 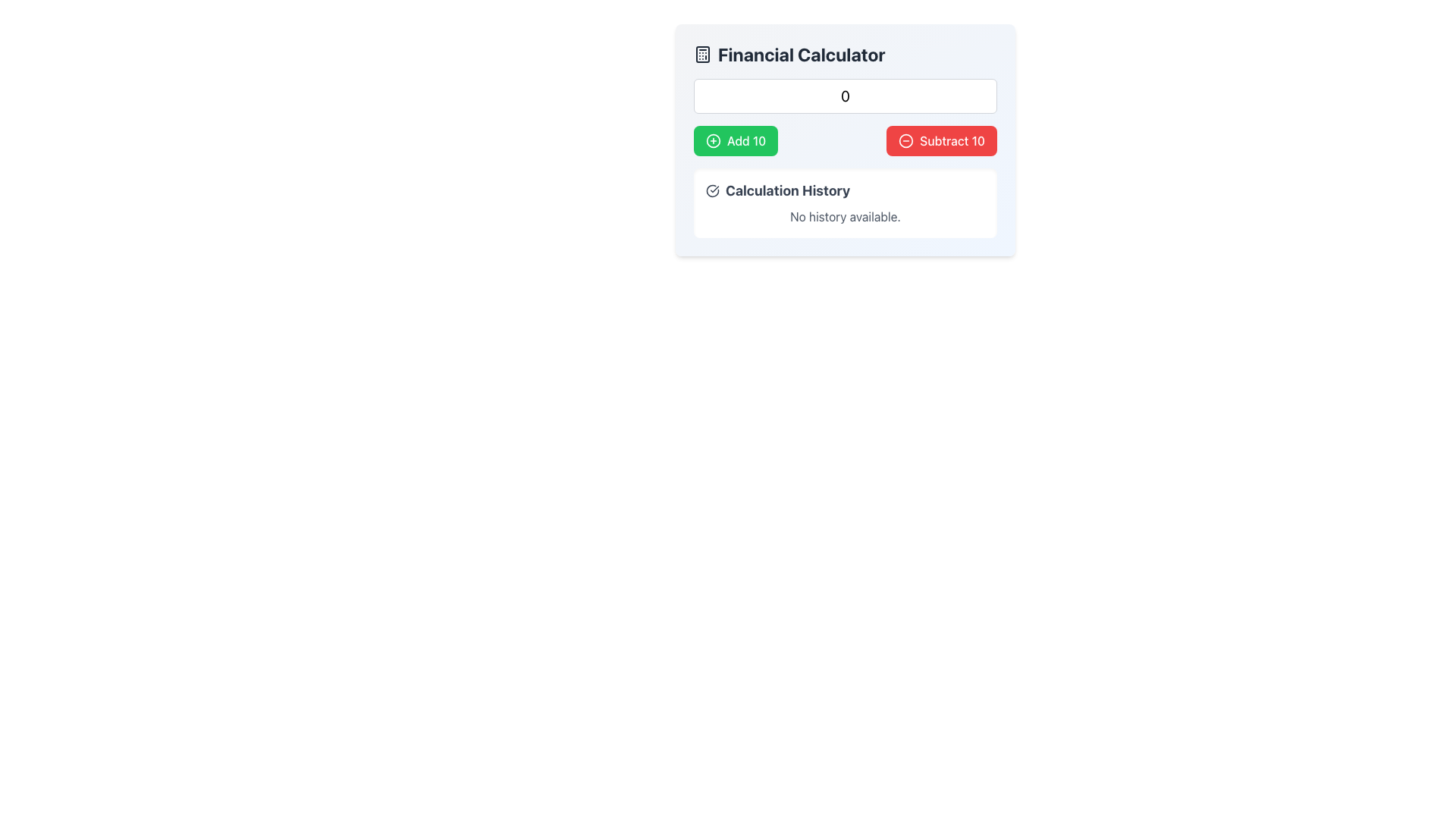 What do you see at coordinates (906, 140) in the screenshot?
I see `the subtraction icon on the 'Subtract 10' button` at bounding box center [906, 140].